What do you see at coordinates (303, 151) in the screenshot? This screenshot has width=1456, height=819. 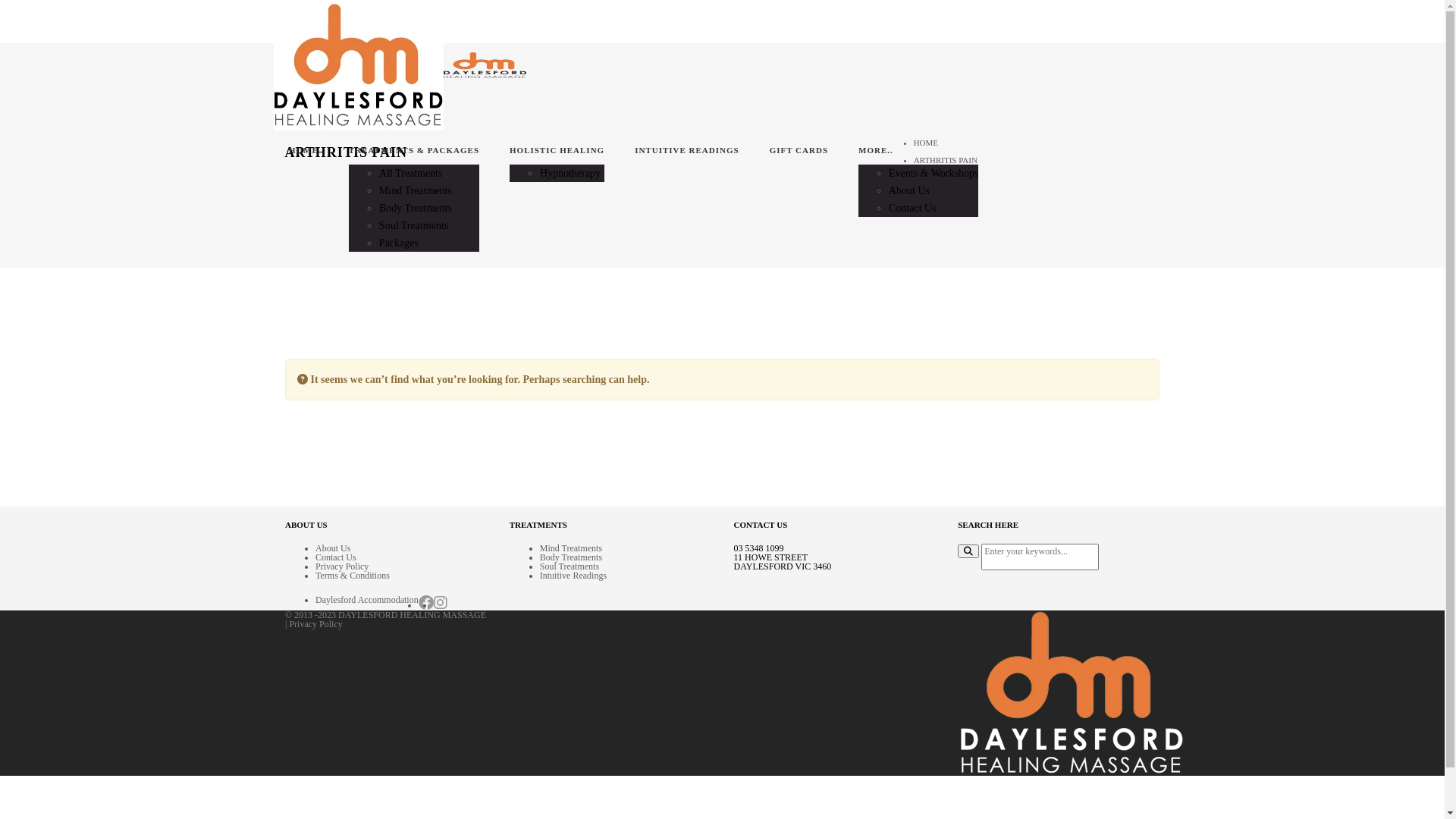 I see `'HOME'` at bounding box center [303, 151].